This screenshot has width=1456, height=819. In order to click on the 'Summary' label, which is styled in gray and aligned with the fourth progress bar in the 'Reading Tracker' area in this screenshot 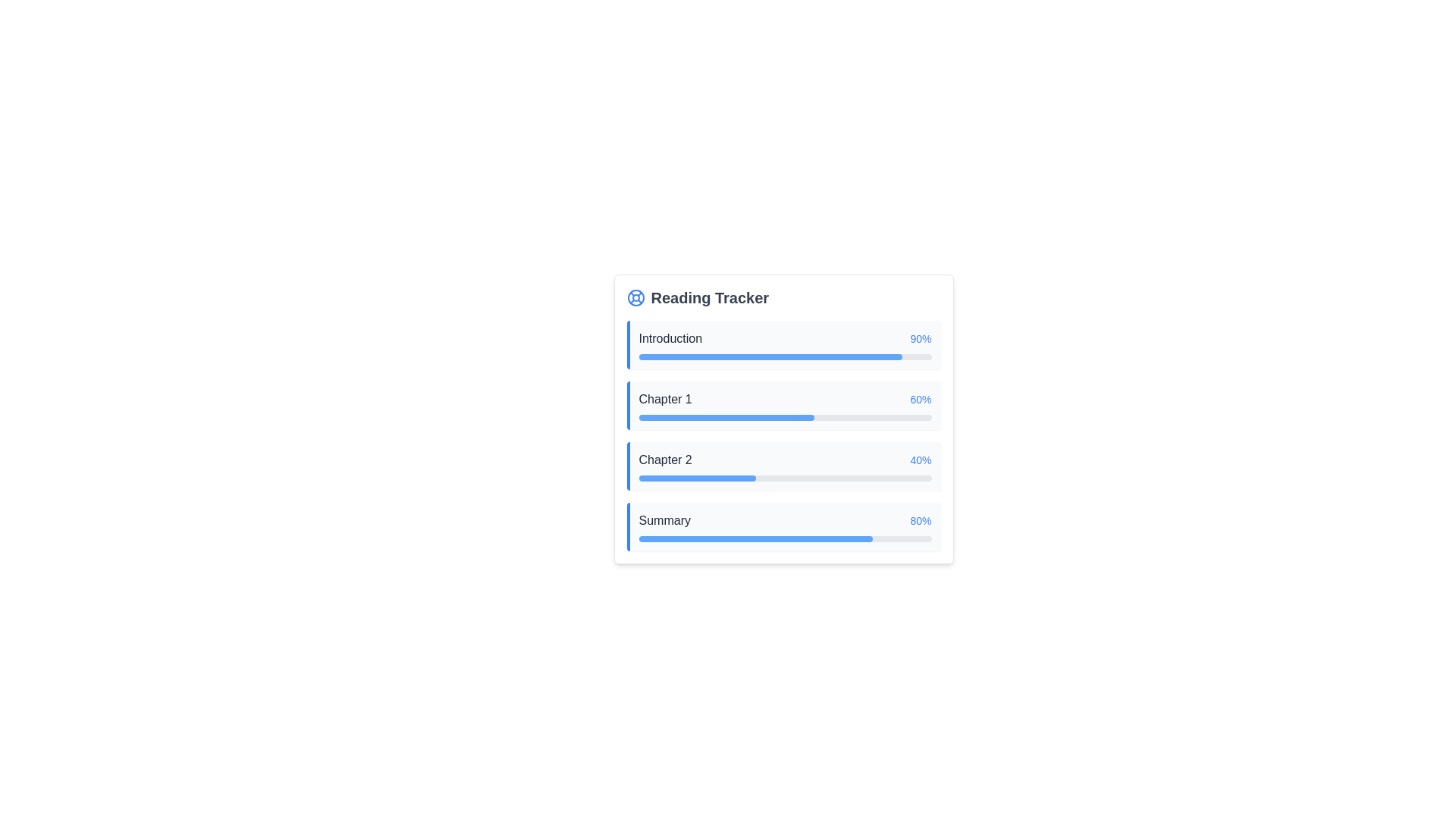, I will do `click(664, 519)`.